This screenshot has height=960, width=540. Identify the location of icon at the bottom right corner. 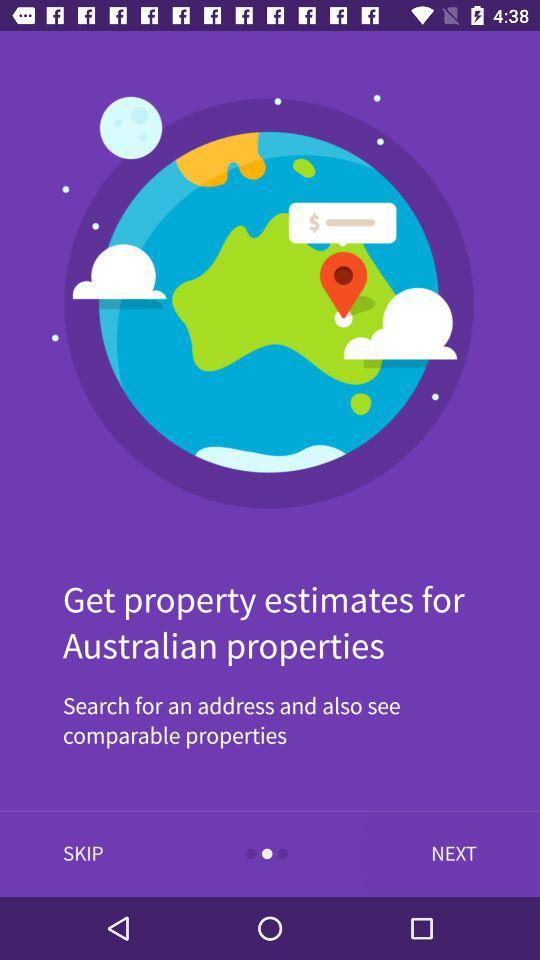
(449, 853).